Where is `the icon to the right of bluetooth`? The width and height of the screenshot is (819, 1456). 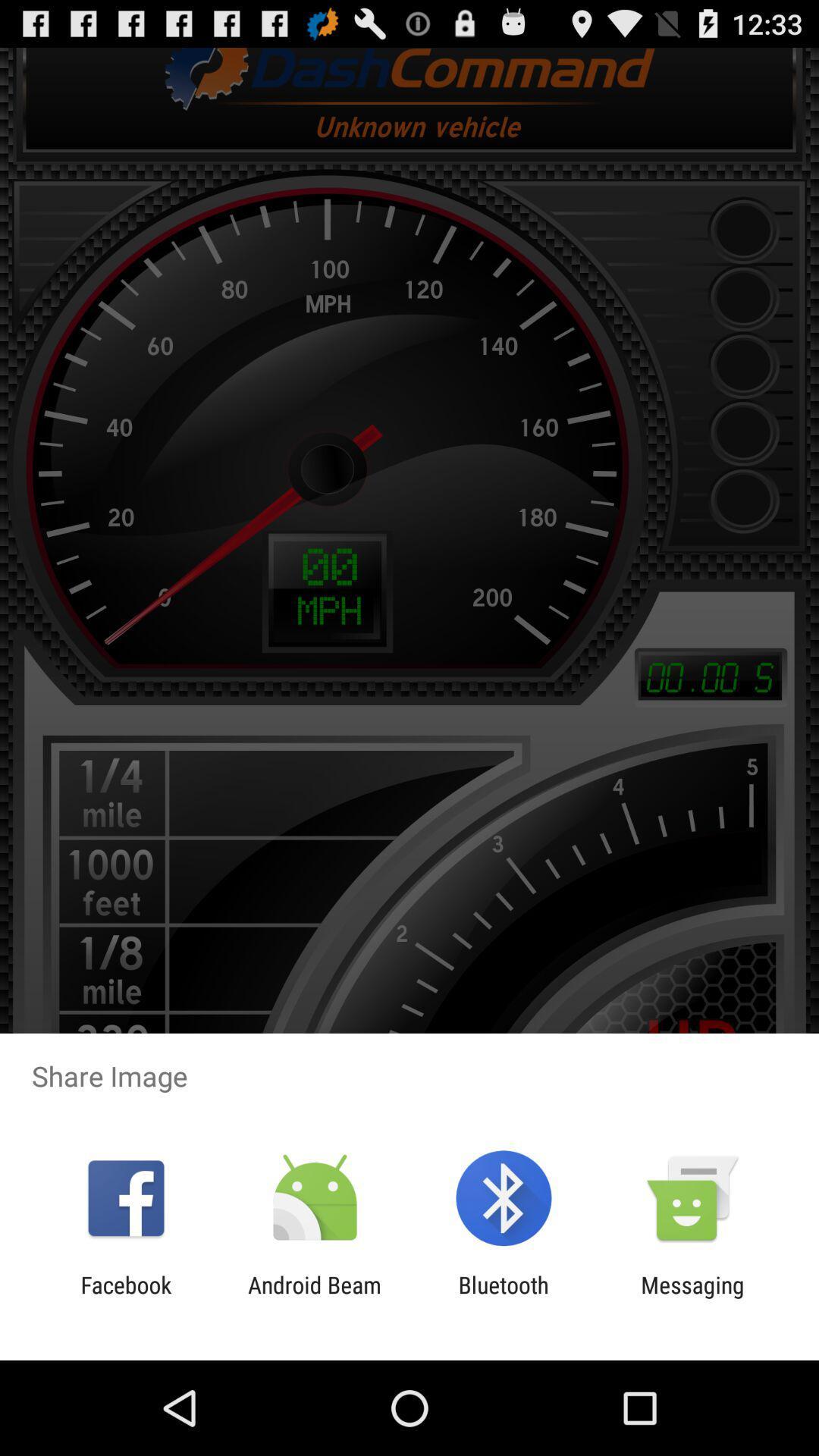 the icon to the right of bluetooth is located at coordinates (692, 1298).